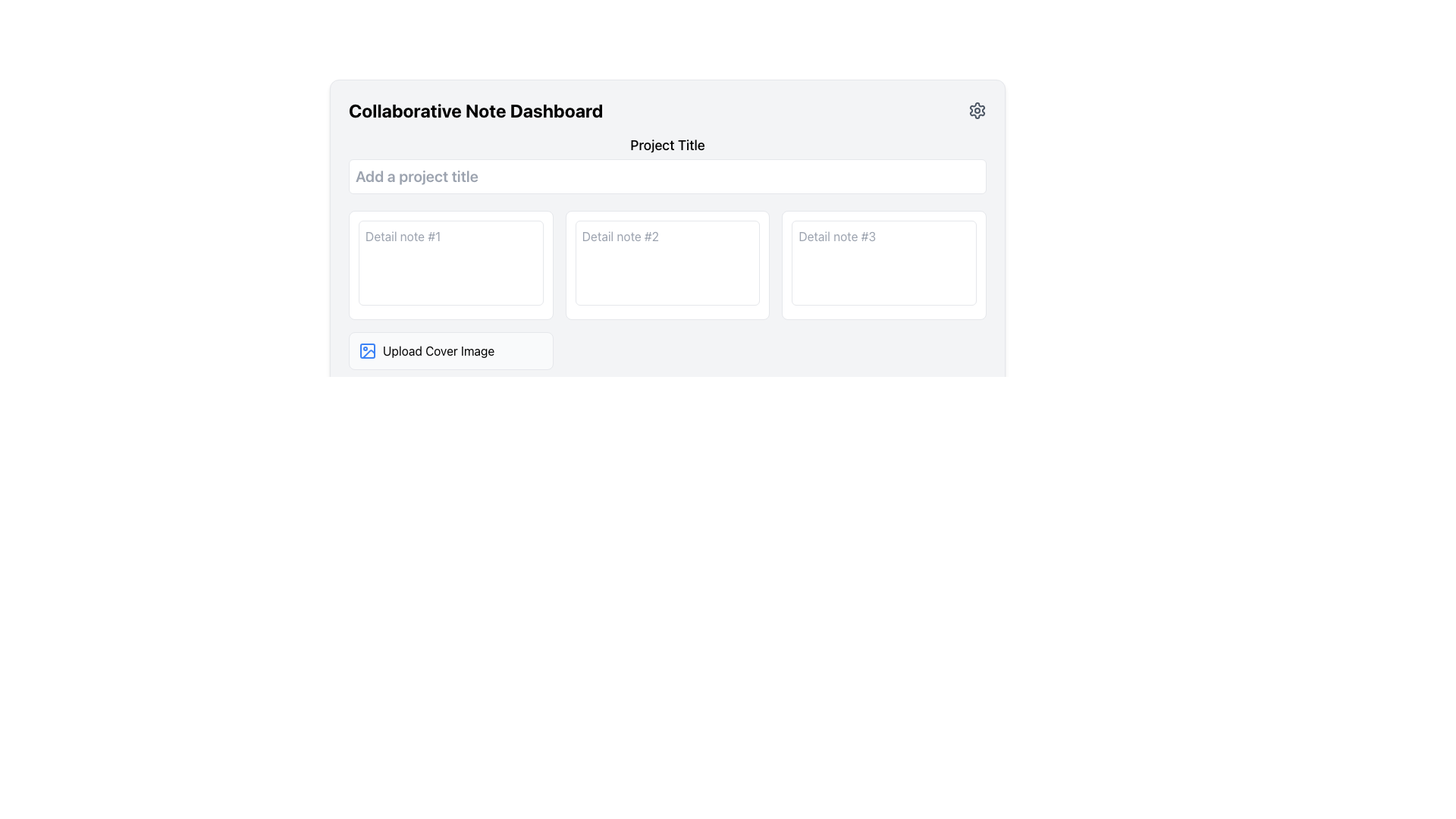 The width and height of the screenshot is (1456, 819). Describe the element at coordinates (438, 350) in the screenshot. I see `the instruction label prompting the user to upload a cover image, located below the input fields and to the right of the blue image icon` at that location.